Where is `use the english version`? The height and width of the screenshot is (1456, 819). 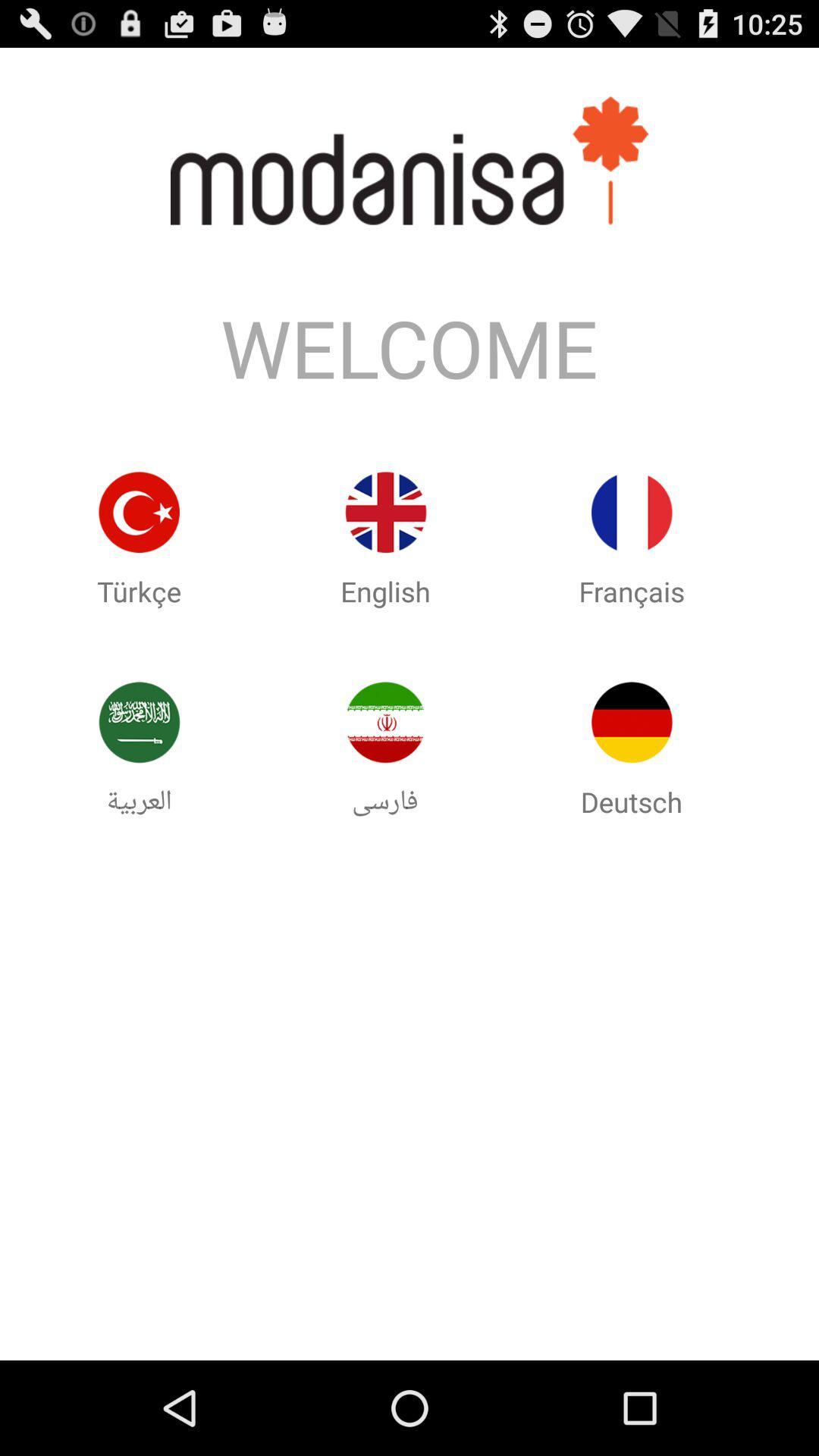 use the english version is located at coordinates (384, 512).